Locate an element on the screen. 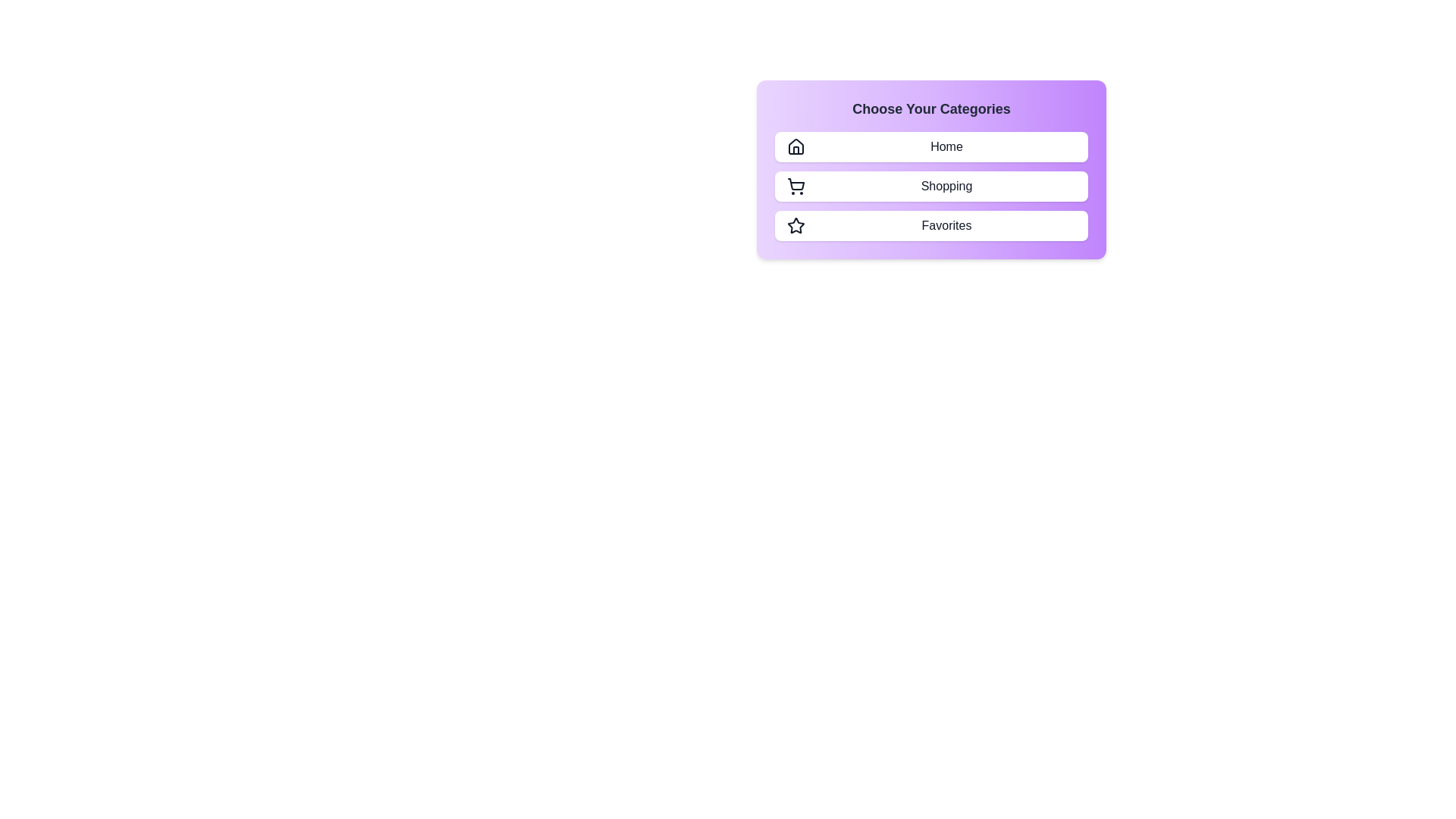 This screenshot has height=819, width=1456. the 'Favorites' chip to toggle its activation state is located at coordinates (930, 225).